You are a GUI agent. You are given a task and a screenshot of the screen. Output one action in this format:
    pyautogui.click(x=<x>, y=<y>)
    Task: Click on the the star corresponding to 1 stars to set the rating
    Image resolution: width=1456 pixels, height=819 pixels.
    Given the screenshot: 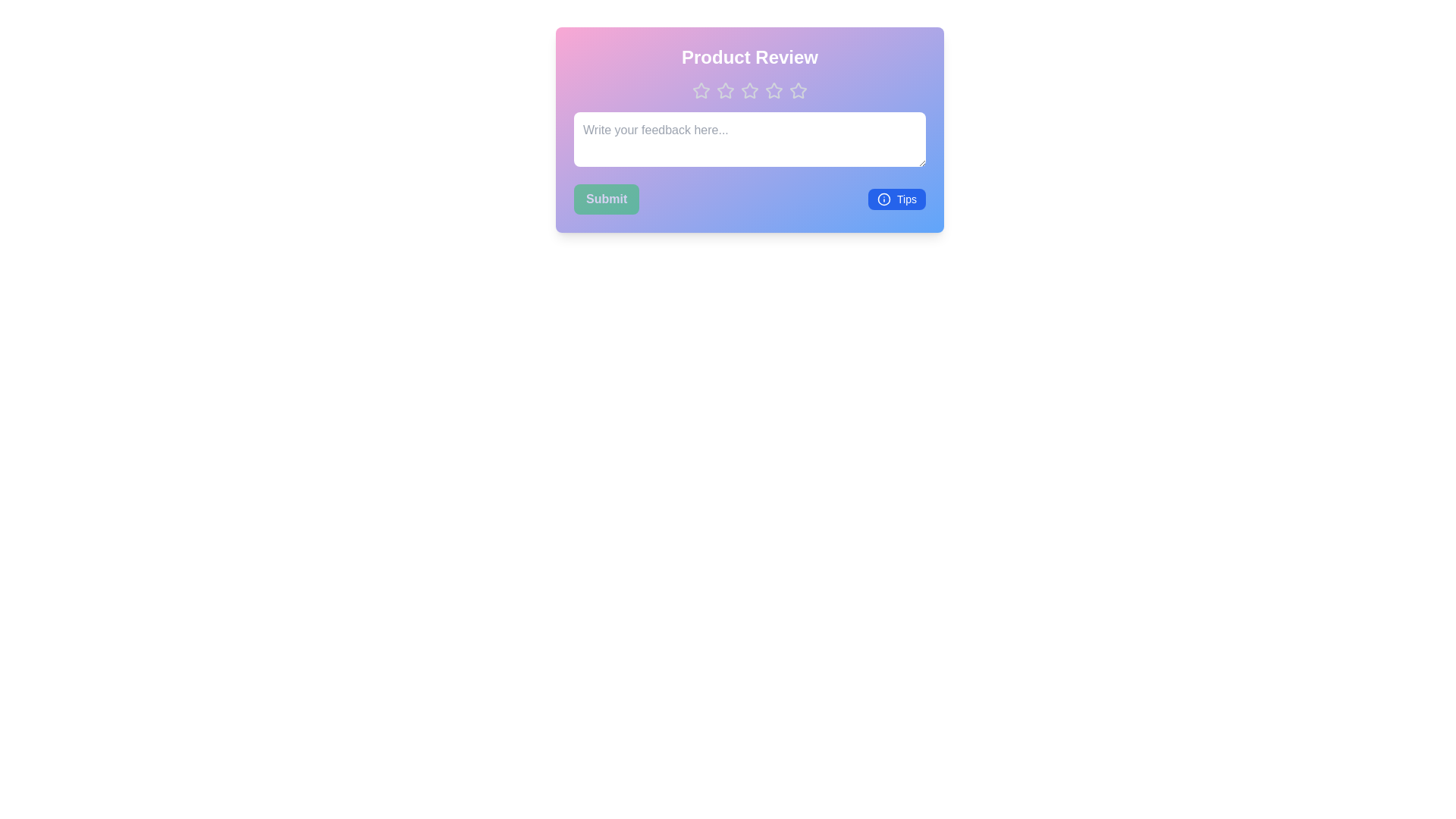 What is the action you would take?
    pyautogui.click(x=701, y=90)
    